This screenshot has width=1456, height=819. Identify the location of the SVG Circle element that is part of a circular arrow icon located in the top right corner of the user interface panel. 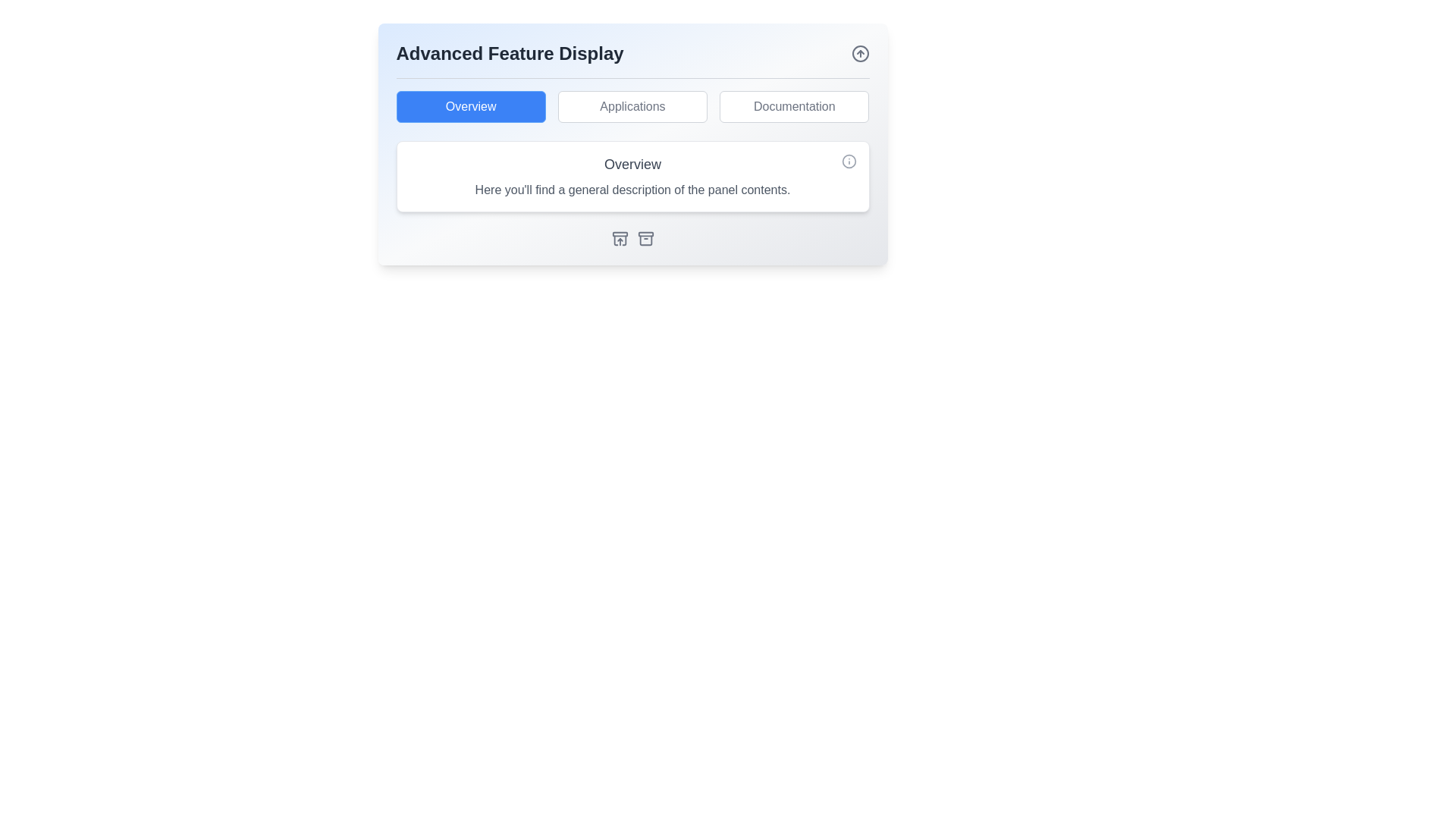
(860, 52).